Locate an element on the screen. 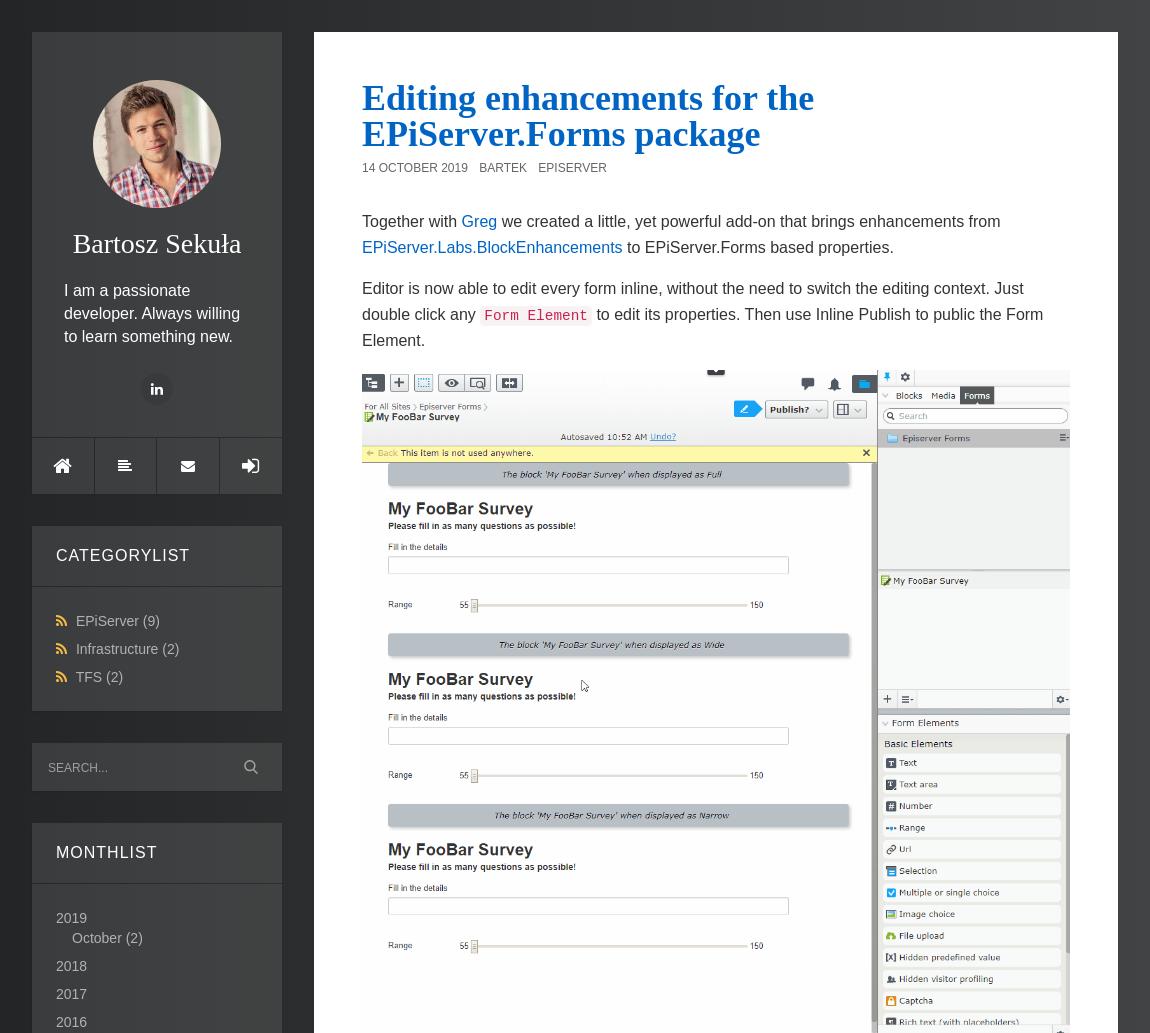 Image resolution: width=1150 pixels, height=1033 pixels. '2016' is located at coordinates (70, 1020).